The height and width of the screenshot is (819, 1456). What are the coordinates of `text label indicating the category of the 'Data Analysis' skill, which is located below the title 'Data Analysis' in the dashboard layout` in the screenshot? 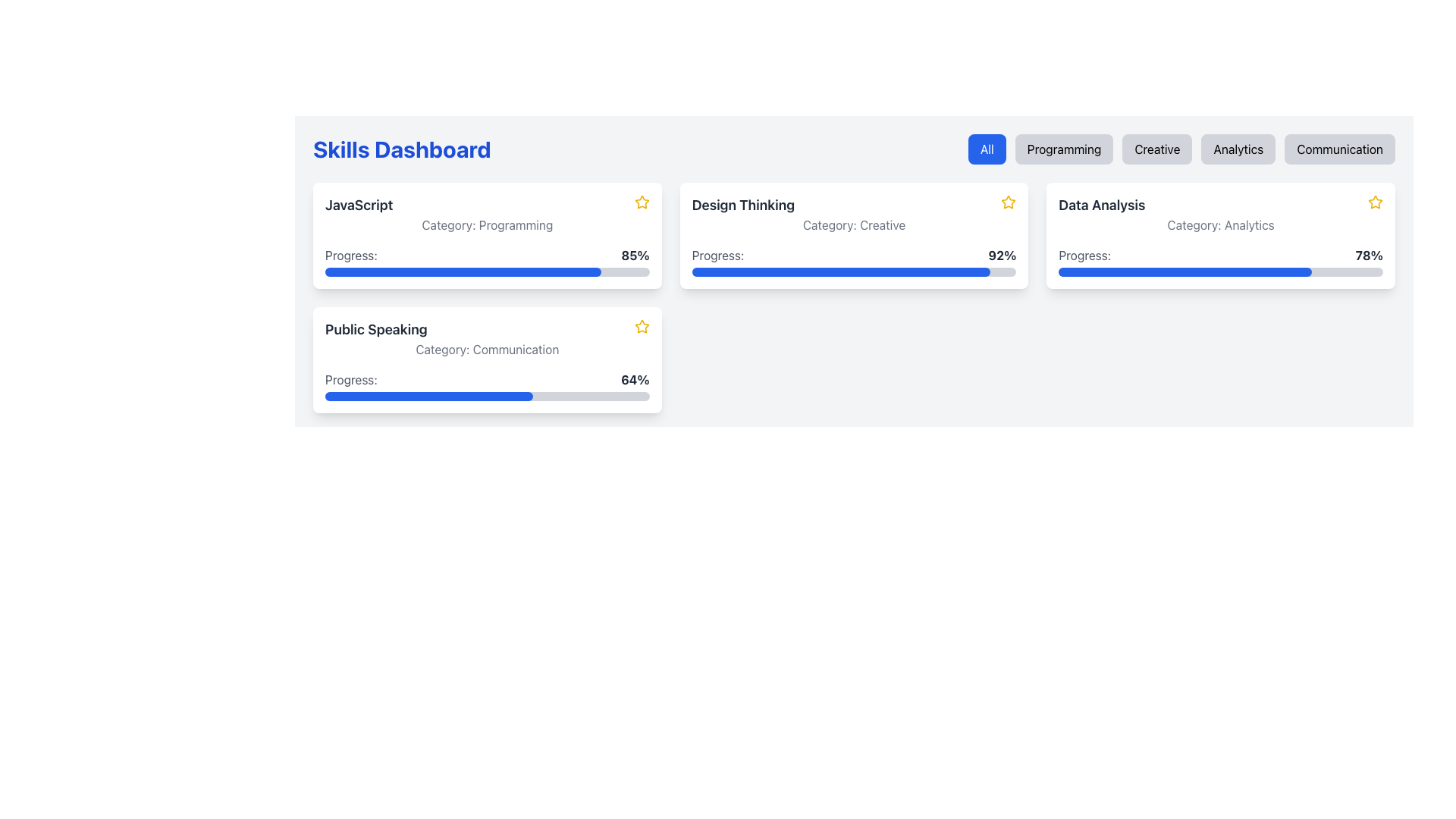 It's located at (1221, 225).